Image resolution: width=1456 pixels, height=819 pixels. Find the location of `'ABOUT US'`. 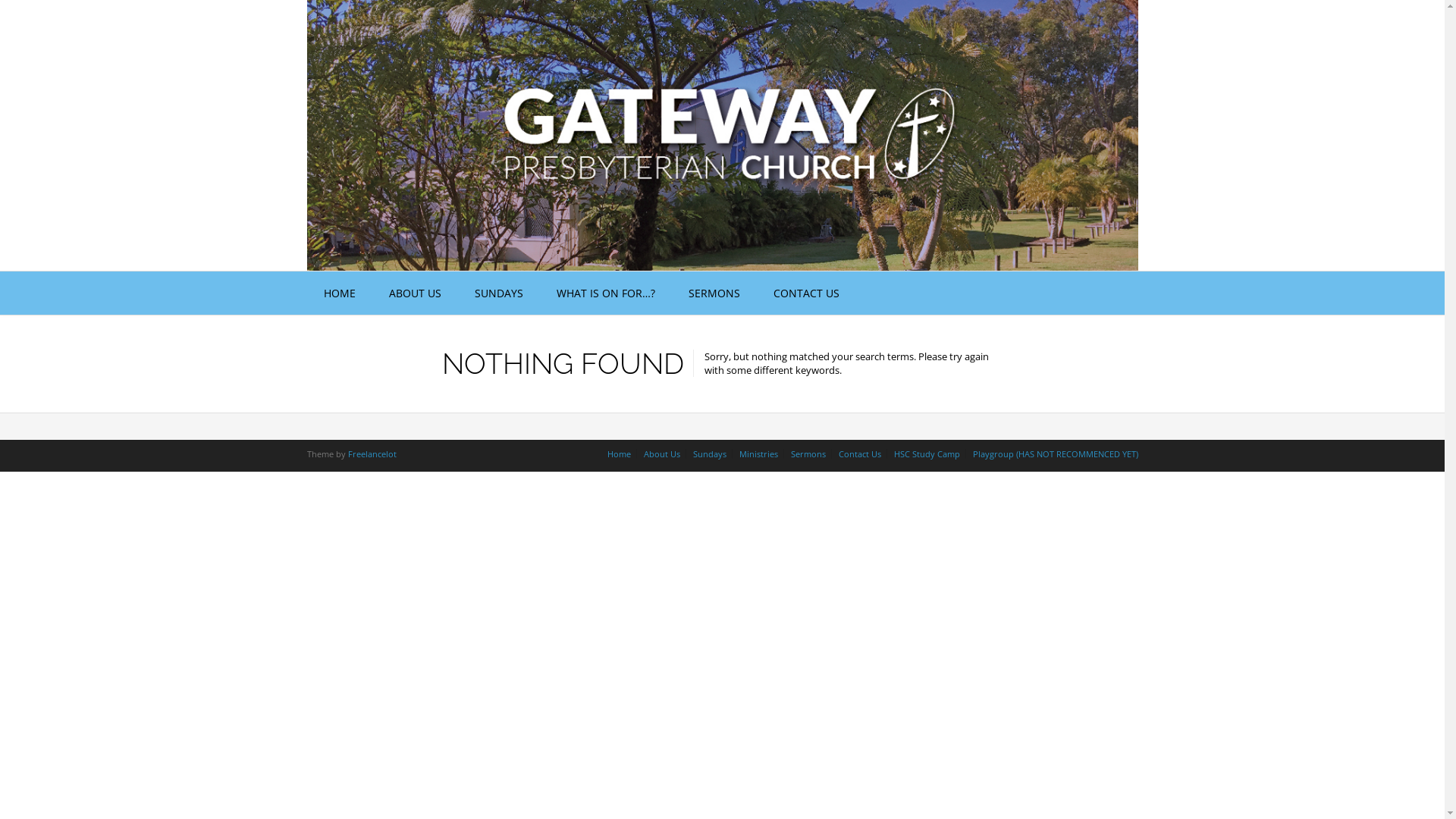

'ABOUT US' is located at coordinates (371, 293).